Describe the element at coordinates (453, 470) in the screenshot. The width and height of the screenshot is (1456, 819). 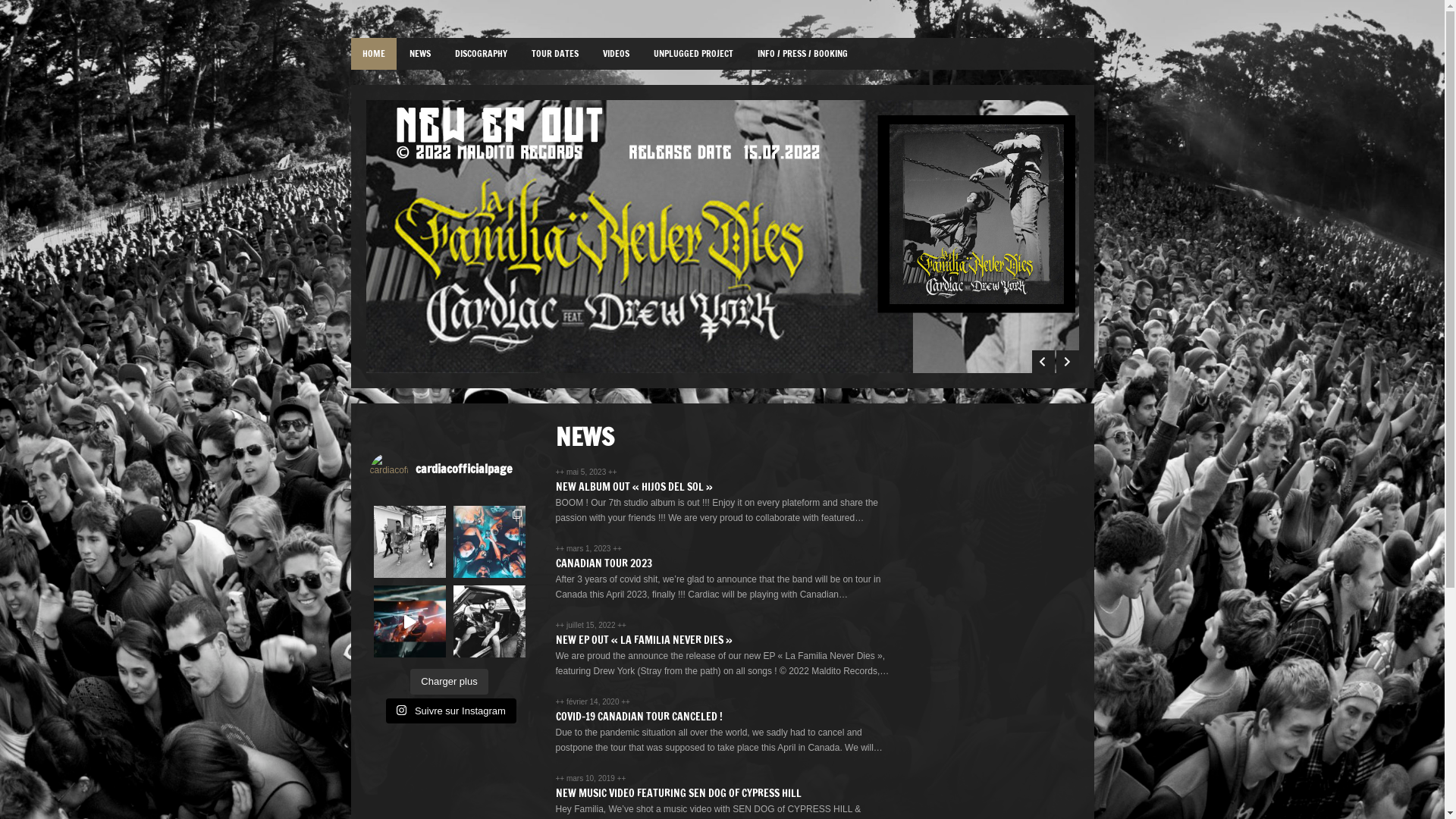
I see `'cardiacofficialpage'` at that location.